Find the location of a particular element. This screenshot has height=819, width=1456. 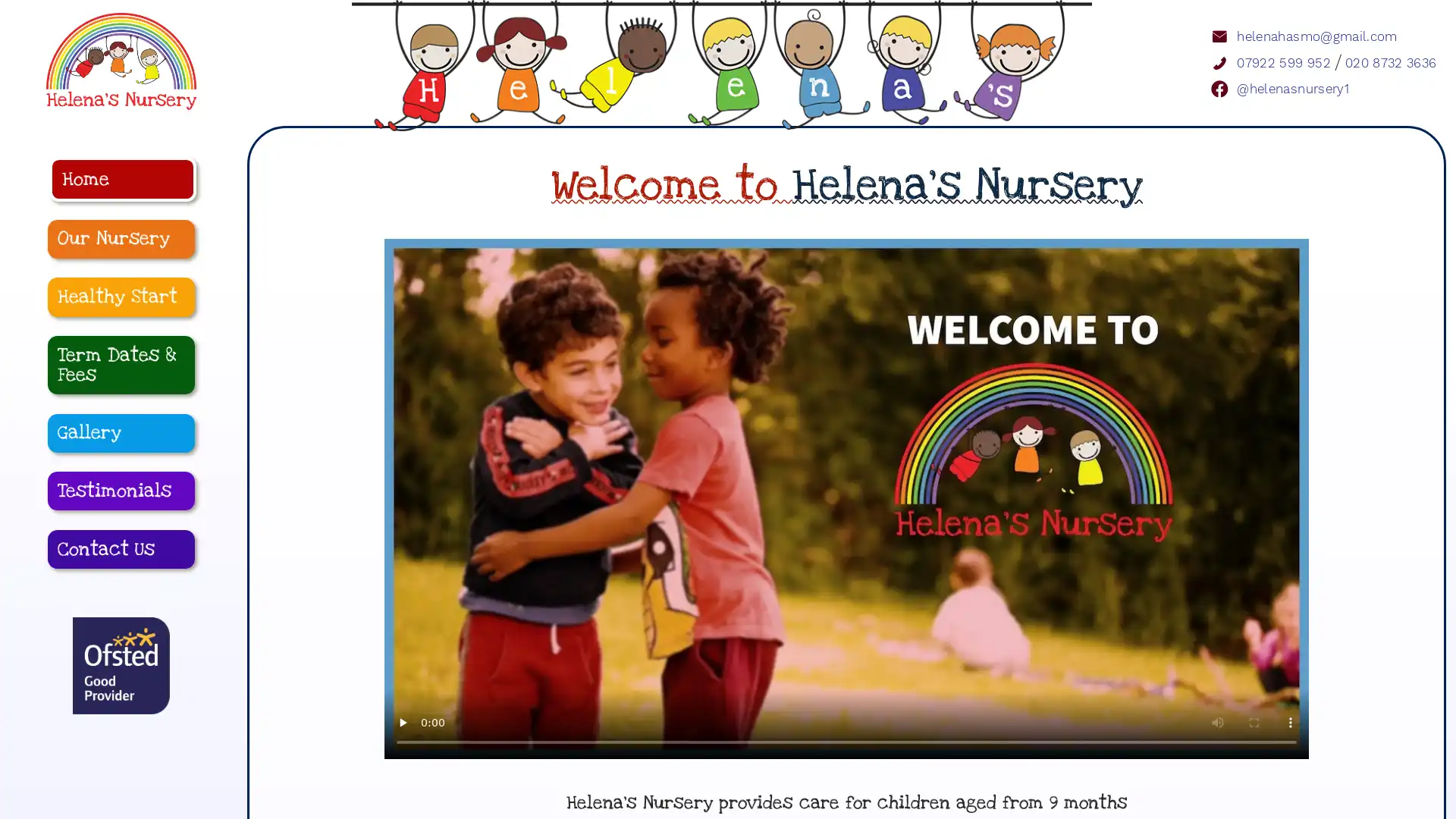

show more media controls is located at coordinates (1290, 747).